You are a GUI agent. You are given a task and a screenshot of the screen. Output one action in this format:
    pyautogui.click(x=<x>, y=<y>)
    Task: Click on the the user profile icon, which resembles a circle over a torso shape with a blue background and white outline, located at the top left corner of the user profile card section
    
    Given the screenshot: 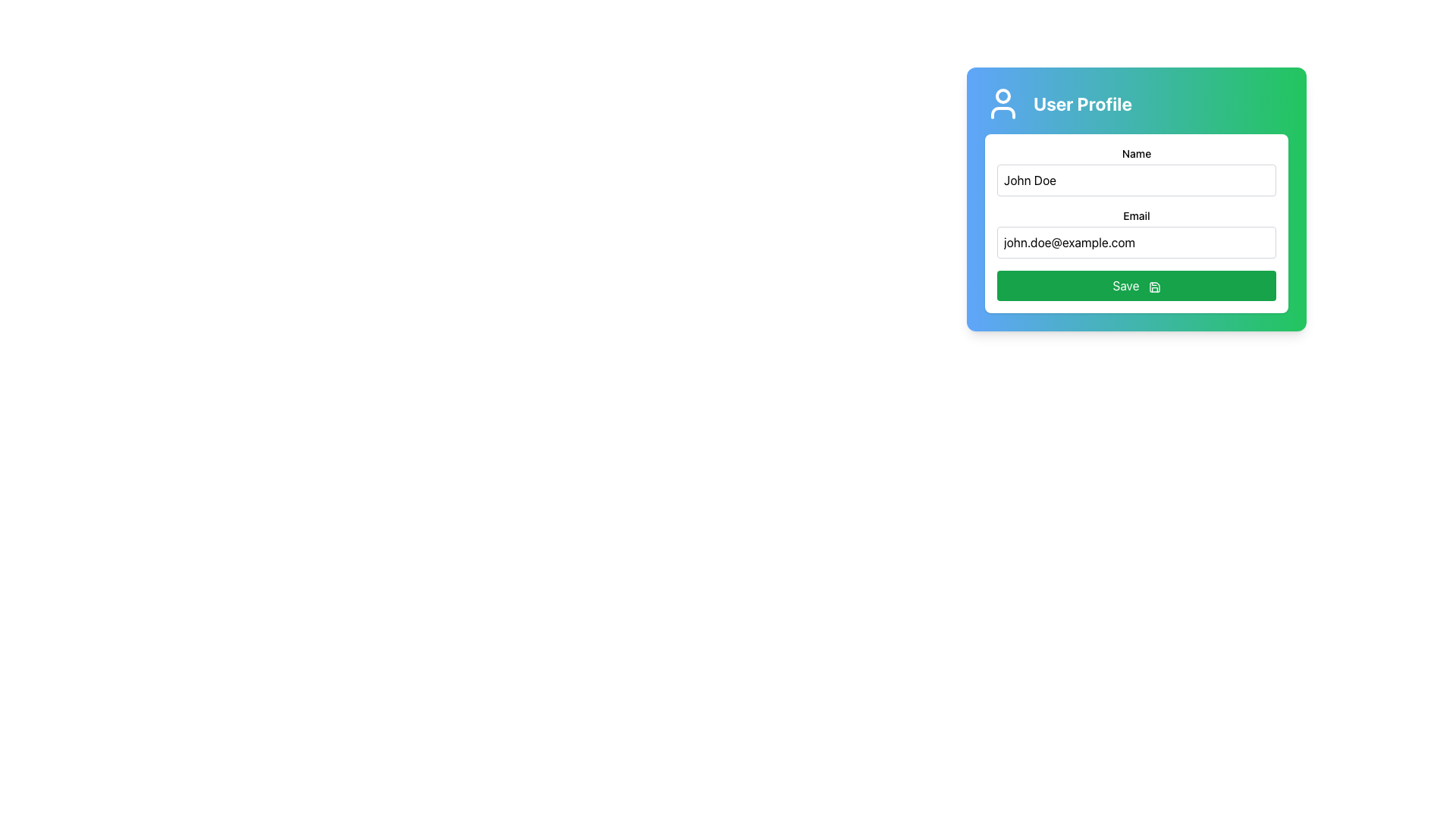 What is the action you would take?
    pyautogui.click(x=1003, y=103)
    